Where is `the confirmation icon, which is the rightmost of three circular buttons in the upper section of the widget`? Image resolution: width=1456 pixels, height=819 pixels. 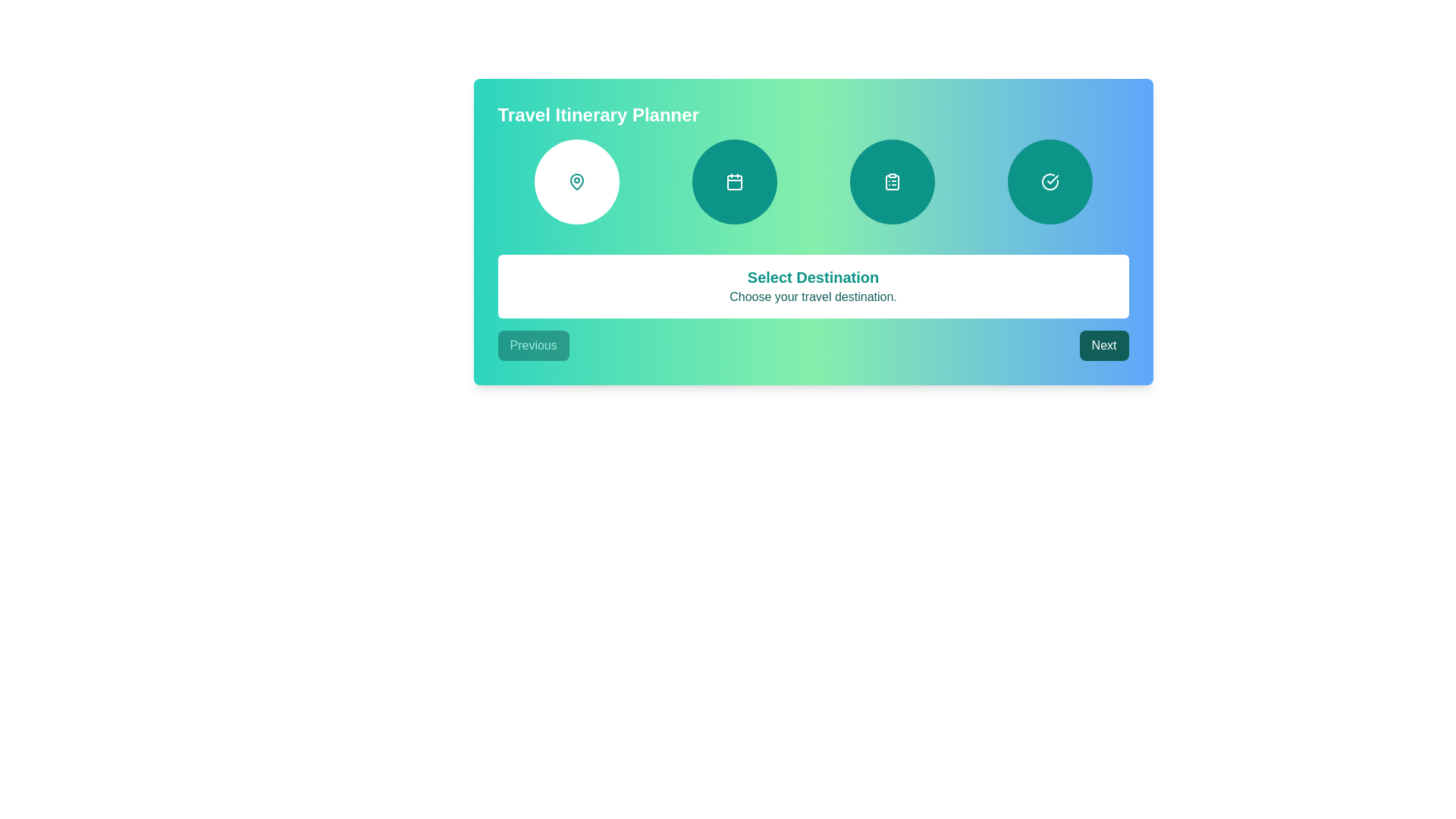 the confirmation icon, which is the rightmost of three circular buttons in the upper section of the widget is located at coordinates (1049, 180).